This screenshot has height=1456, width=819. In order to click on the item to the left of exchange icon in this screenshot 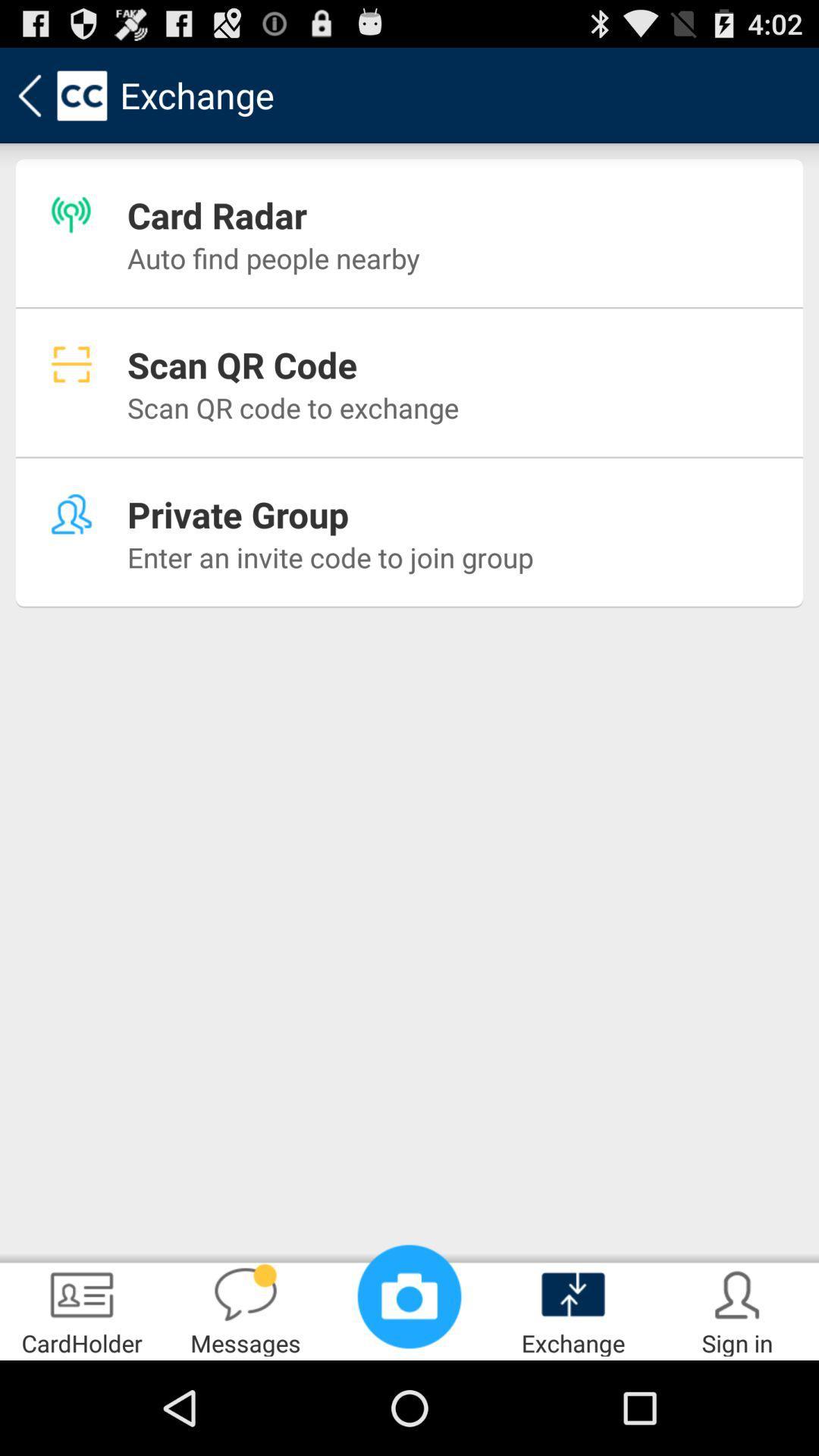, I will do `click(409, 1295)`.